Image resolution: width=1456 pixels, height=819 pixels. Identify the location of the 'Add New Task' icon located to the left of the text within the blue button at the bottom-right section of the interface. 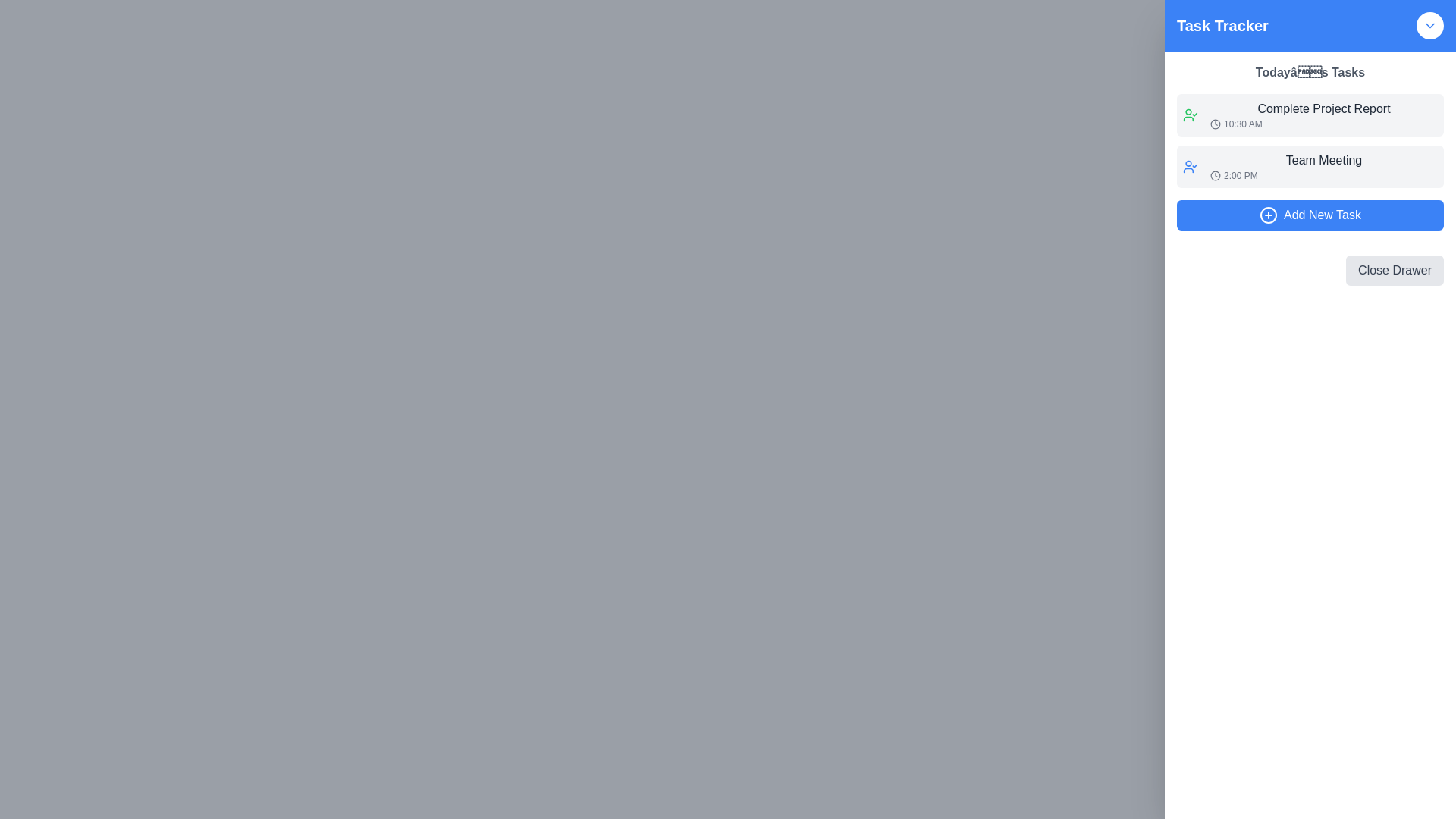
(1269, 215).